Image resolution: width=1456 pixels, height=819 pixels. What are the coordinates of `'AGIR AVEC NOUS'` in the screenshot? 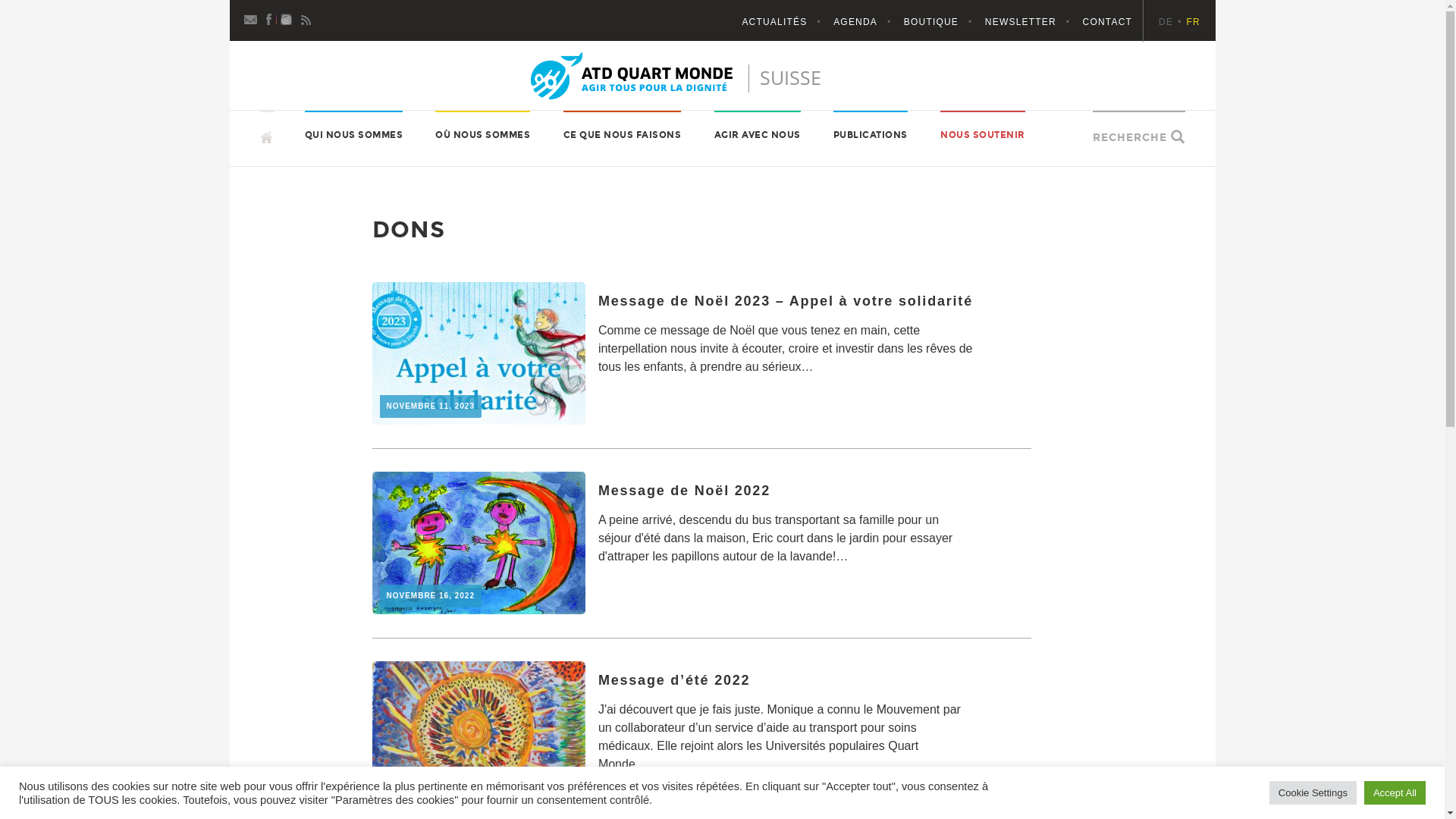 It's located at (757, 133).